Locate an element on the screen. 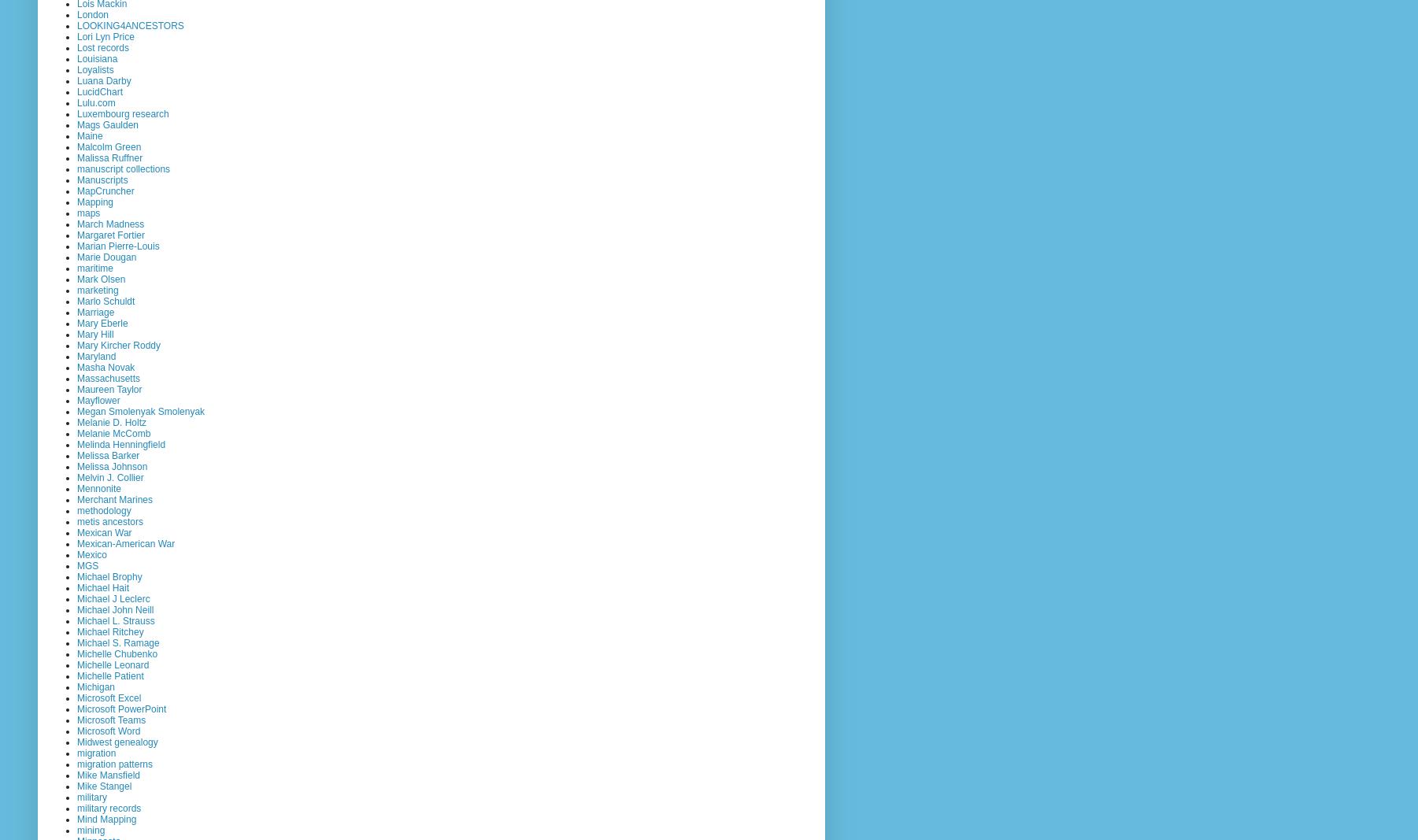  'Michelle Chubenko' is located at coordinates (117, 653).